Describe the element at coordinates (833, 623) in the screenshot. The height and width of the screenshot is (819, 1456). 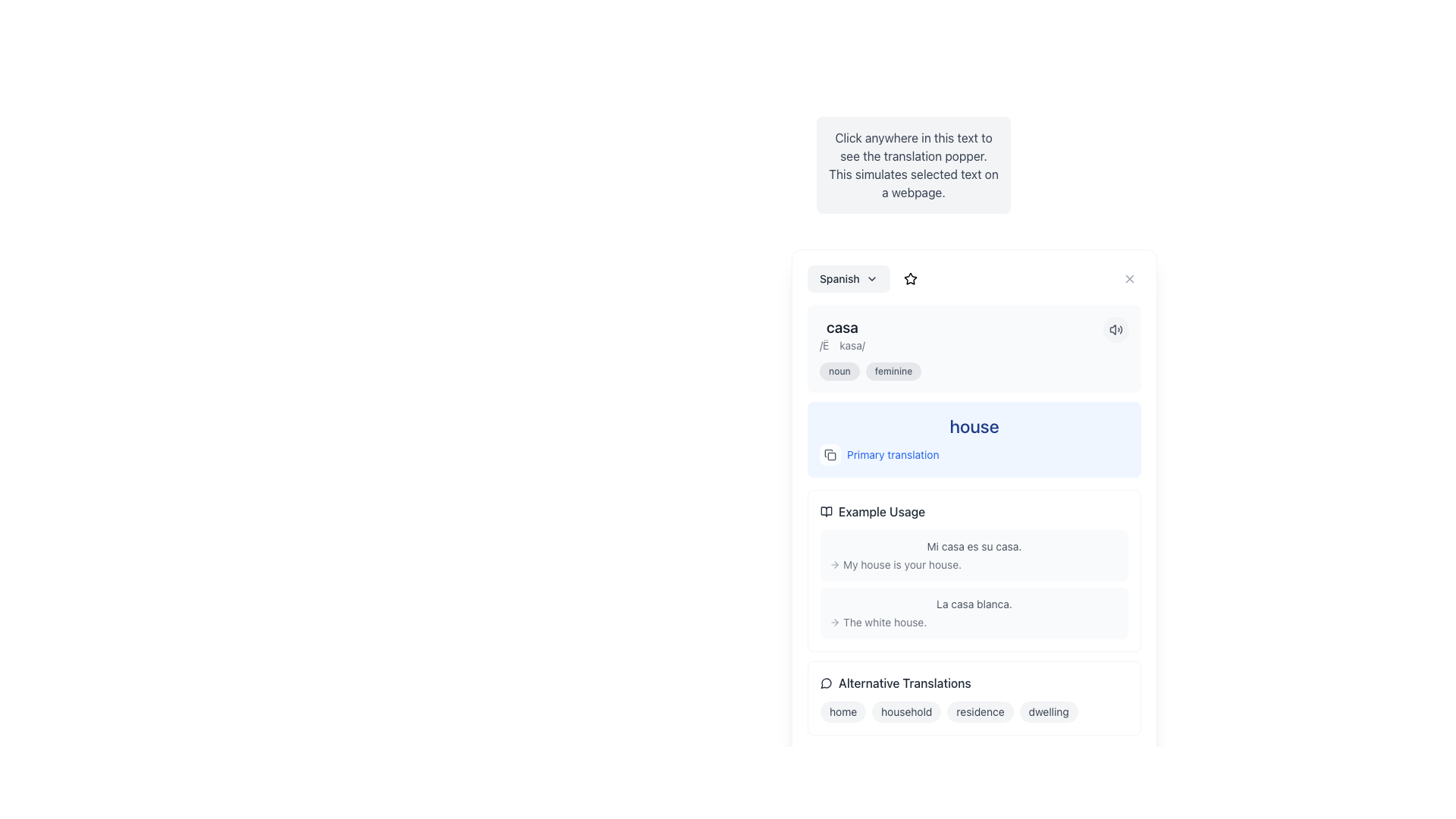
I see `the icon located to the left of the phrase 'The white house'` at that location.